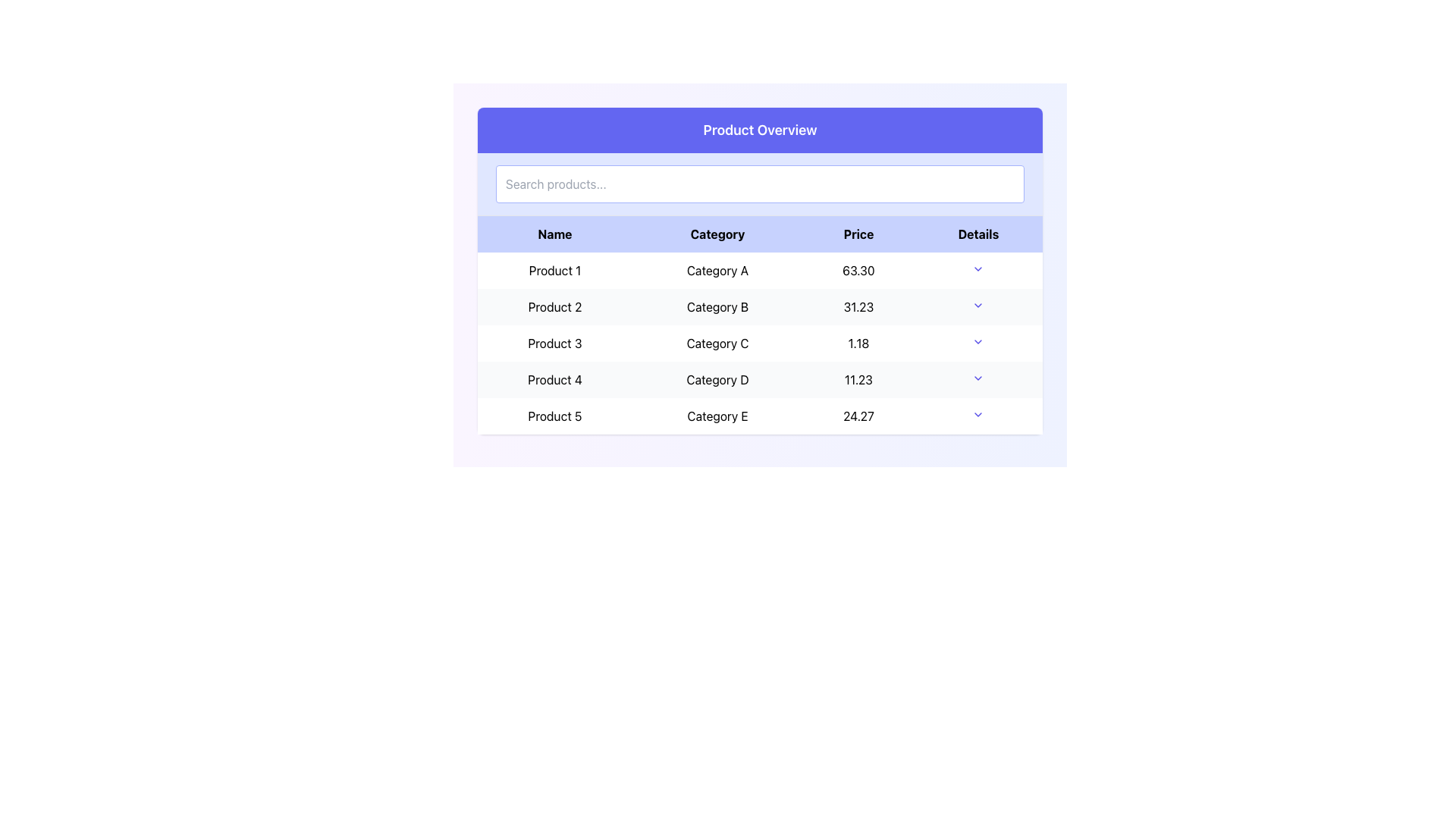 Image resolution: width=1456 pixels, height=819 pixels. Describe the element at coordinates (978, 377) in the screenshot. I see `the downward-pointing chevron icon in the 'Details' column of the 'Product 4' row` at that location.